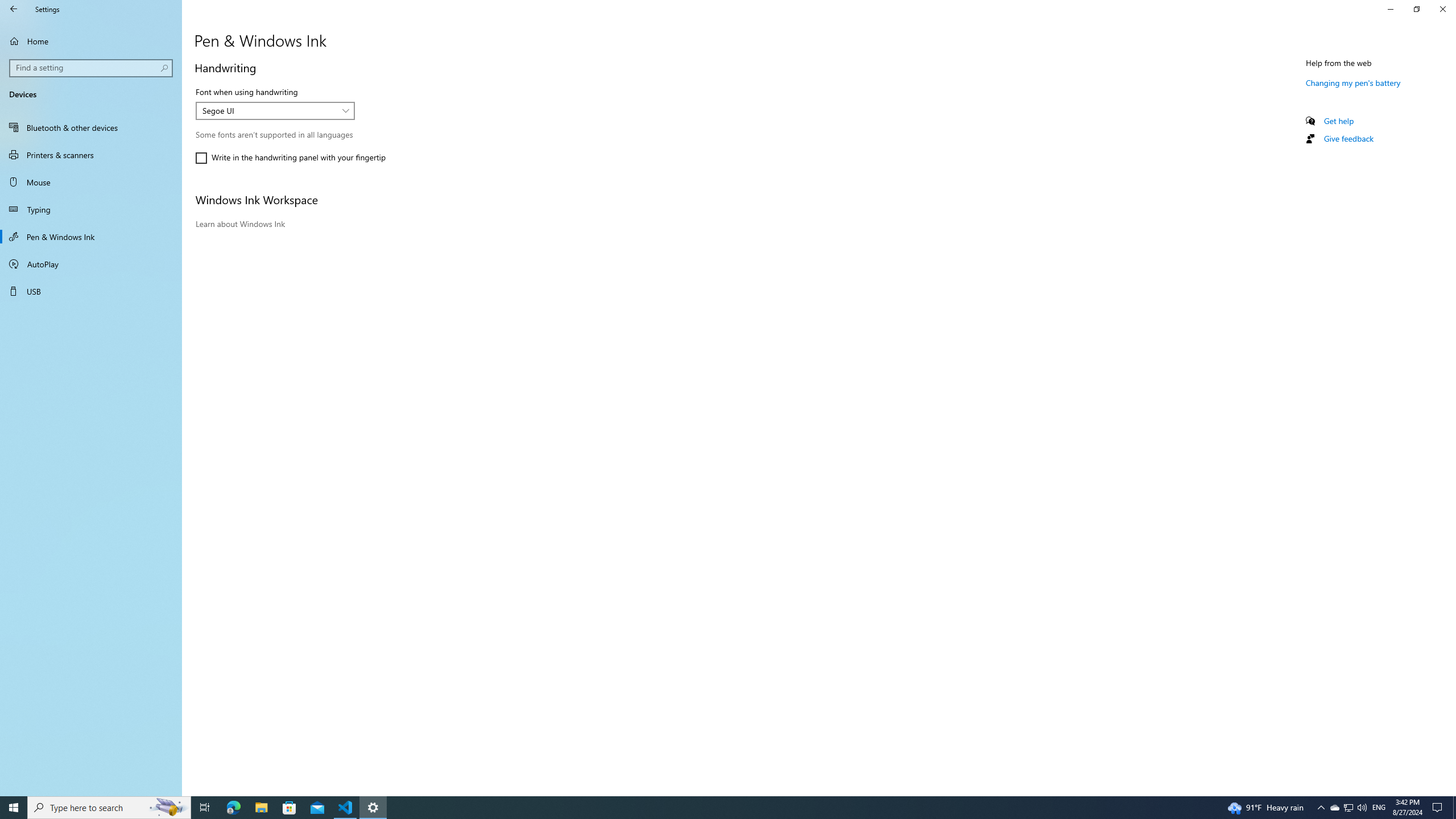 The height and width of the screenshot is (819, 1456). Describe the element at coordinates (90, 181) in the screenshot. I see `'Mouse'` at that location.